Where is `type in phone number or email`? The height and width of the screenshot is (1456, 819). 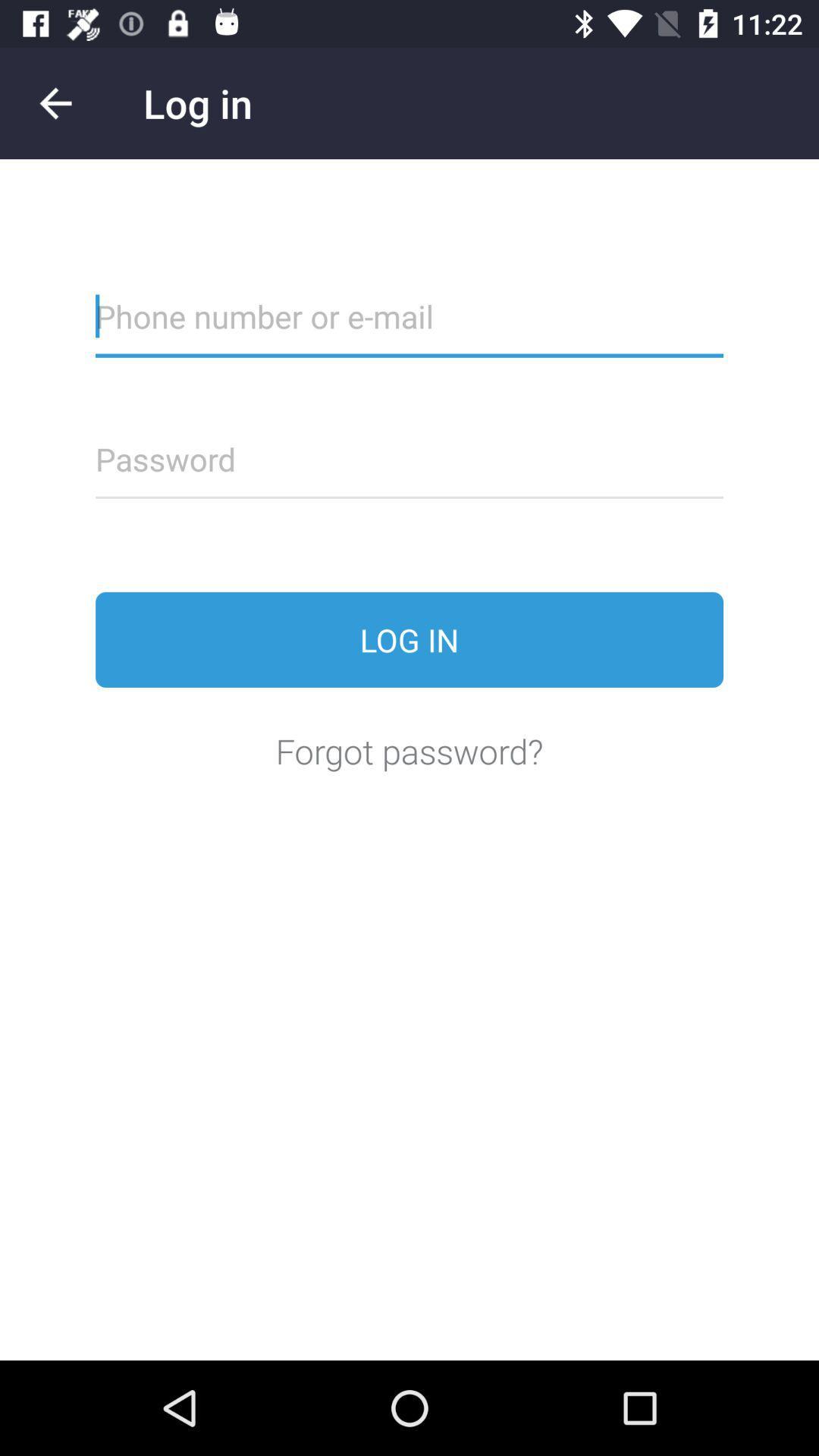 type in phone number or email is located at coordinates (409, 325).